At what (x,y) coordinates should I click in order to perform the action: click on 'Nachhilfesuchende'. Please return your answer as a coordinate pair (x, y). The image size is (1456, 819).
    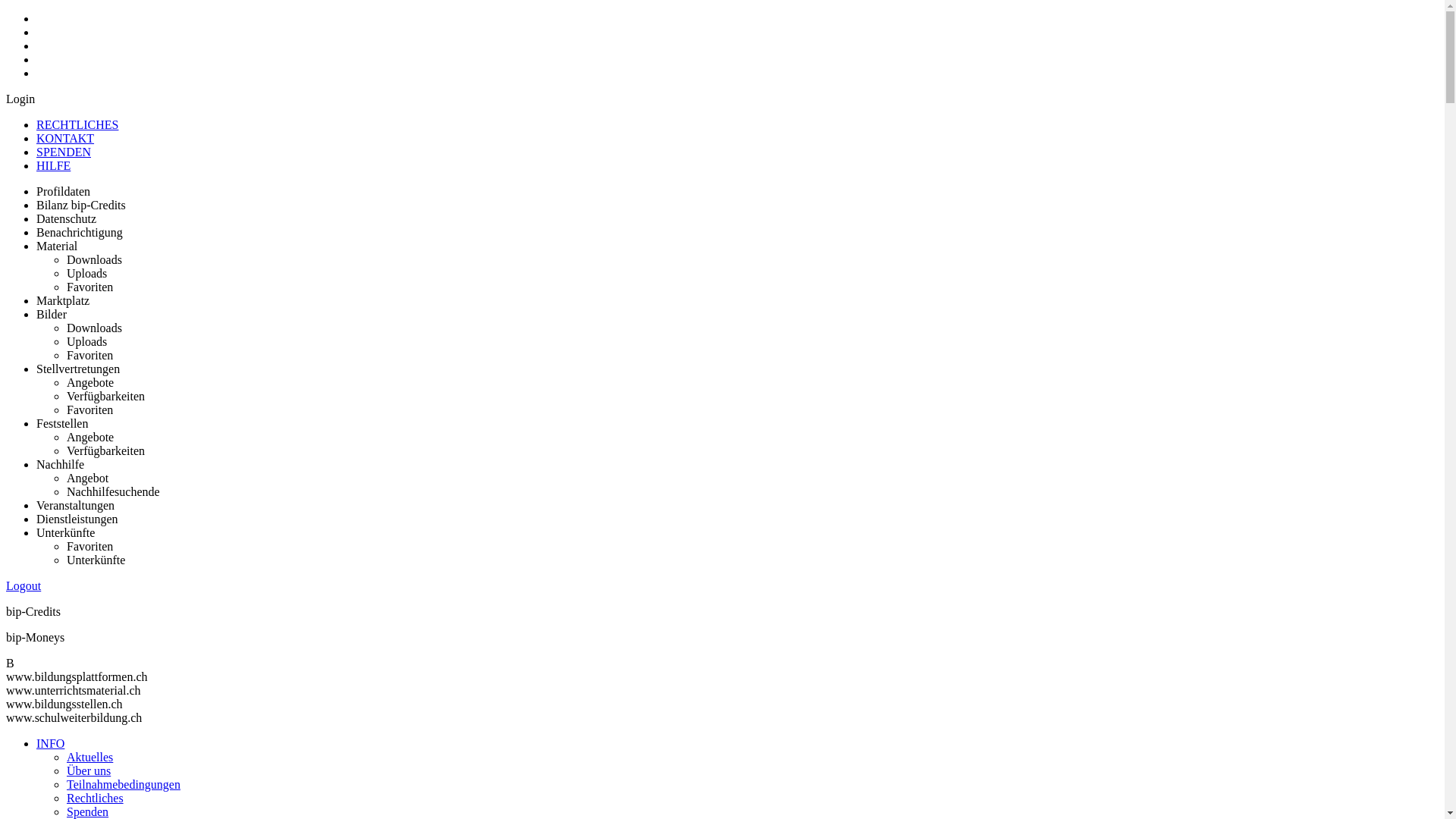
    Looking at the image, I should click on (65, 491).